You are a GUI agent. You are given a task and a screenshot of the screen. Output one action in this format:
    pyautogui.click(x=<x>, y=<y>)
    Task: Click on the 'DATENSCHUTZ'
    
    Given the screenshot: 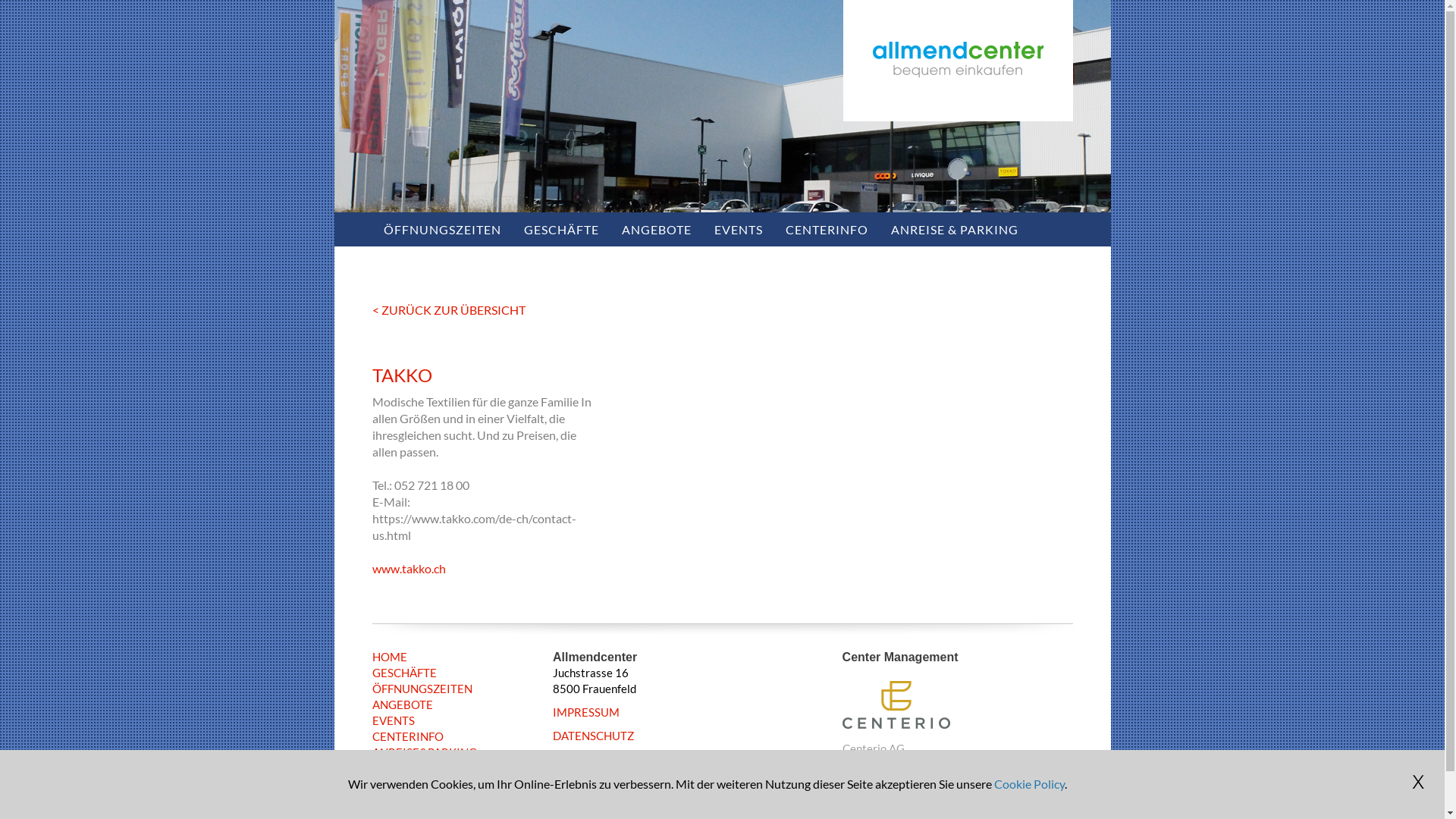 What is the action you would take?
    pyautogui.click(x=592, y=735)
    